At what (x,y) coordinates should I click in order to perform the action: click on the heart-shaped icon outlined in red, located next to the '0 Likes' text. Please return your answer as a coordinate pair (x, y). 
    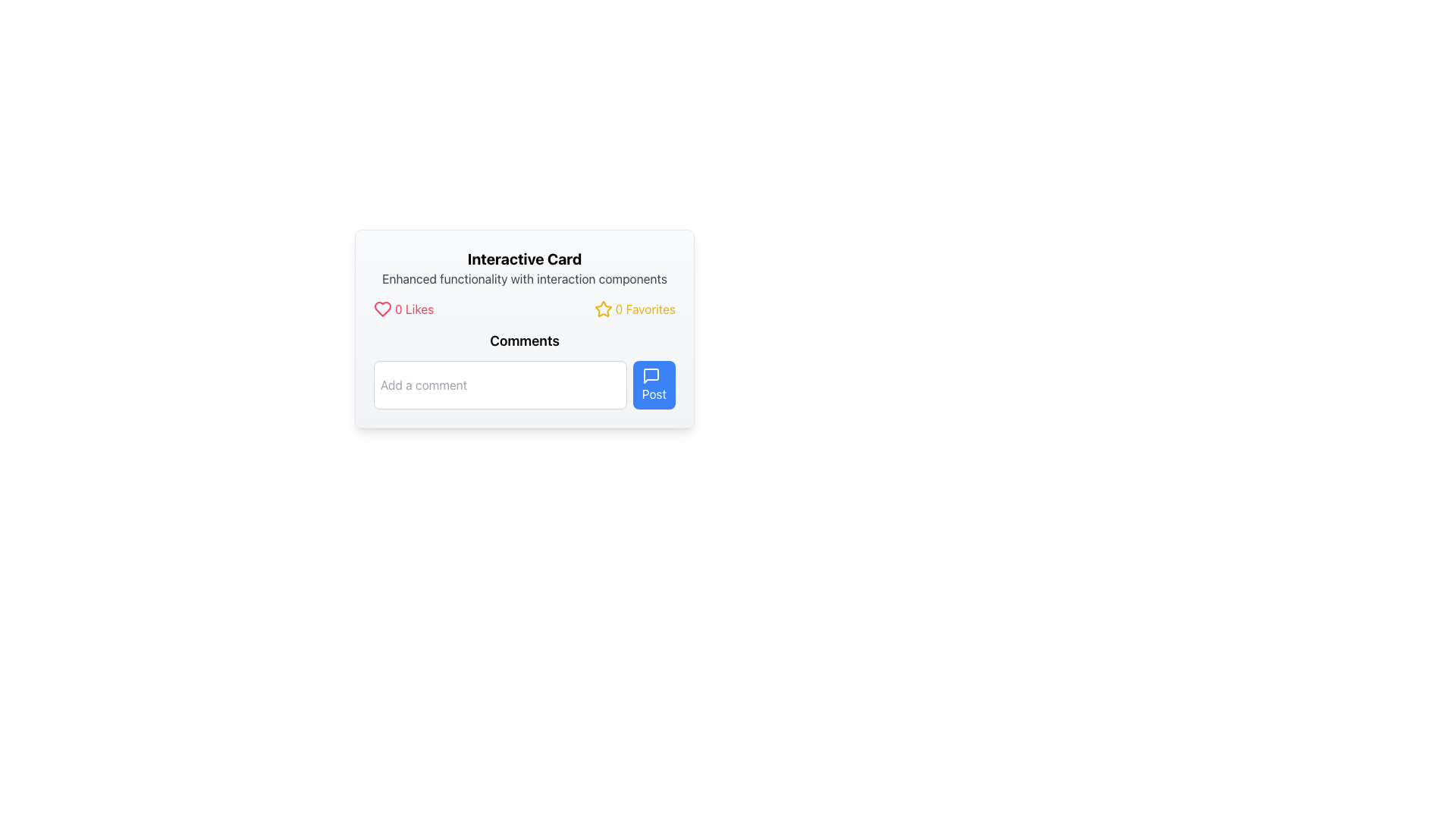
    Looking at the image, I should click on (382, 309).